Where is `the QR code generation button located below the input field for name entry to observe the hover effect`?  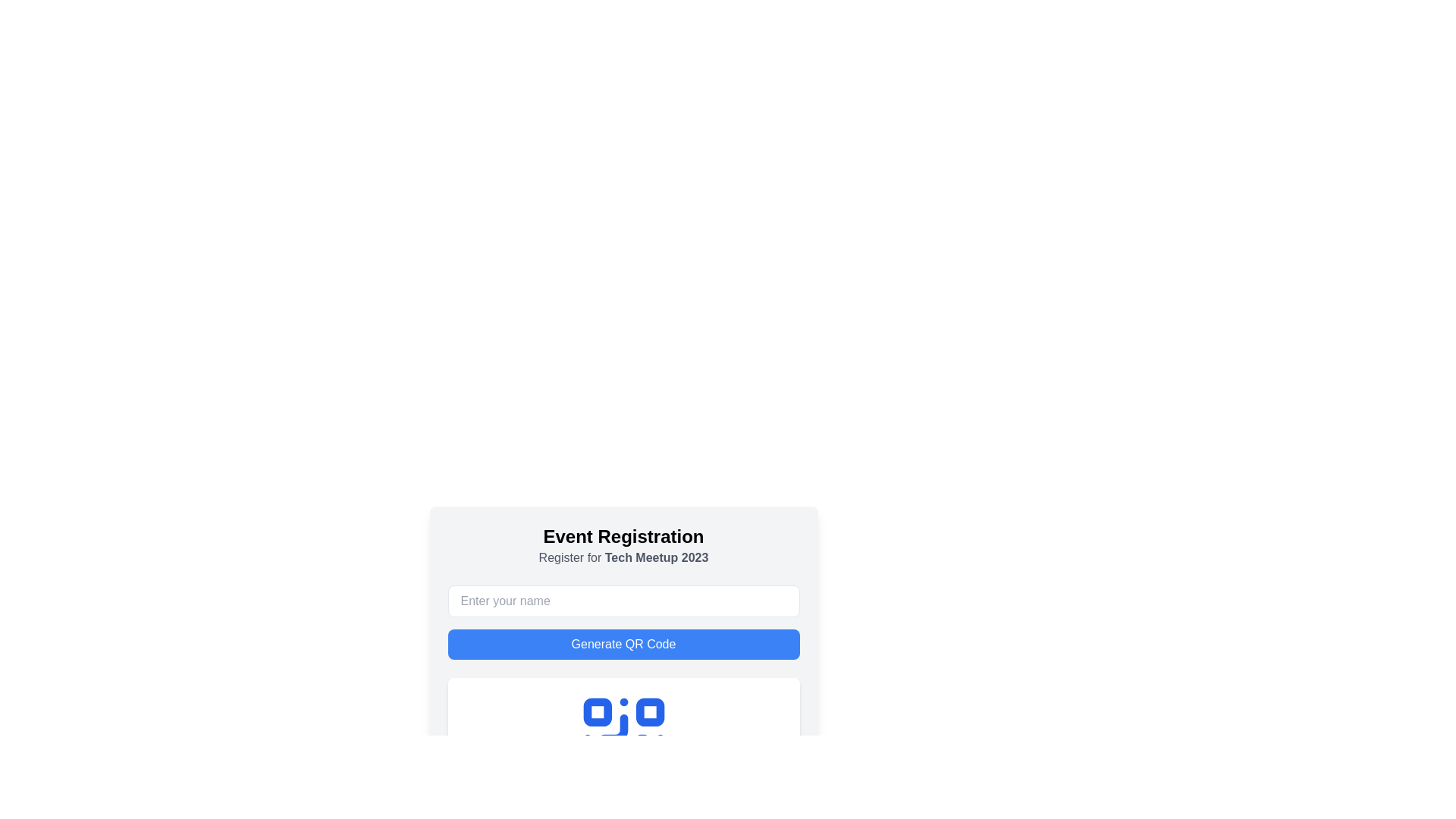
the QR code generation button located below the input field for name entry to observe the hover effect is located at coordinates (623, 644).